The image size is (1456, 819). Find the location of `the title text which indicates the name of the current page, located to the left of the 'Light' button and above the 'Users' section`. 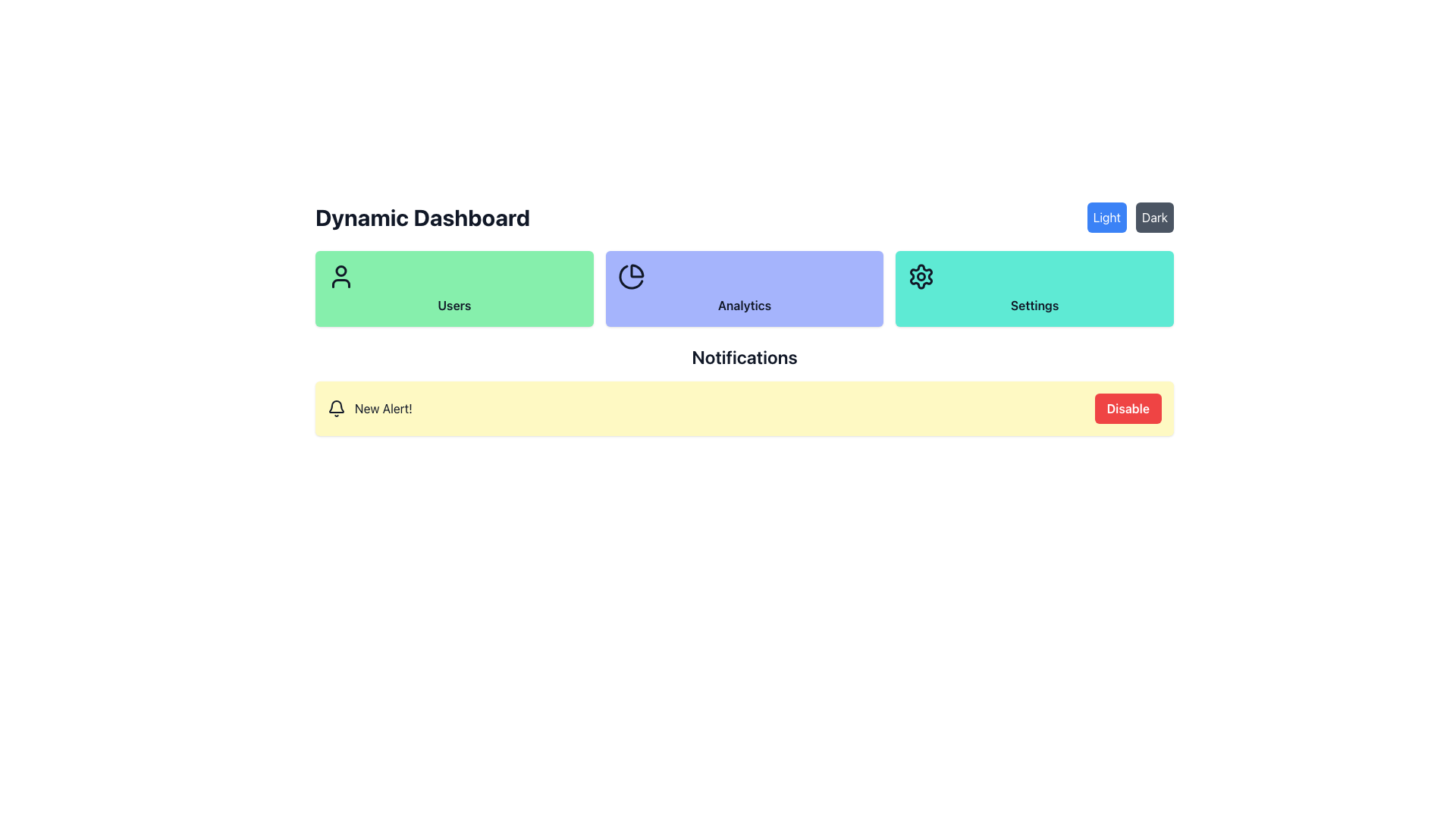

the title text which indicates the name of the current page, located to the left of the 'Light' button and above the 'Users' section is located at coordinates (422, 217).